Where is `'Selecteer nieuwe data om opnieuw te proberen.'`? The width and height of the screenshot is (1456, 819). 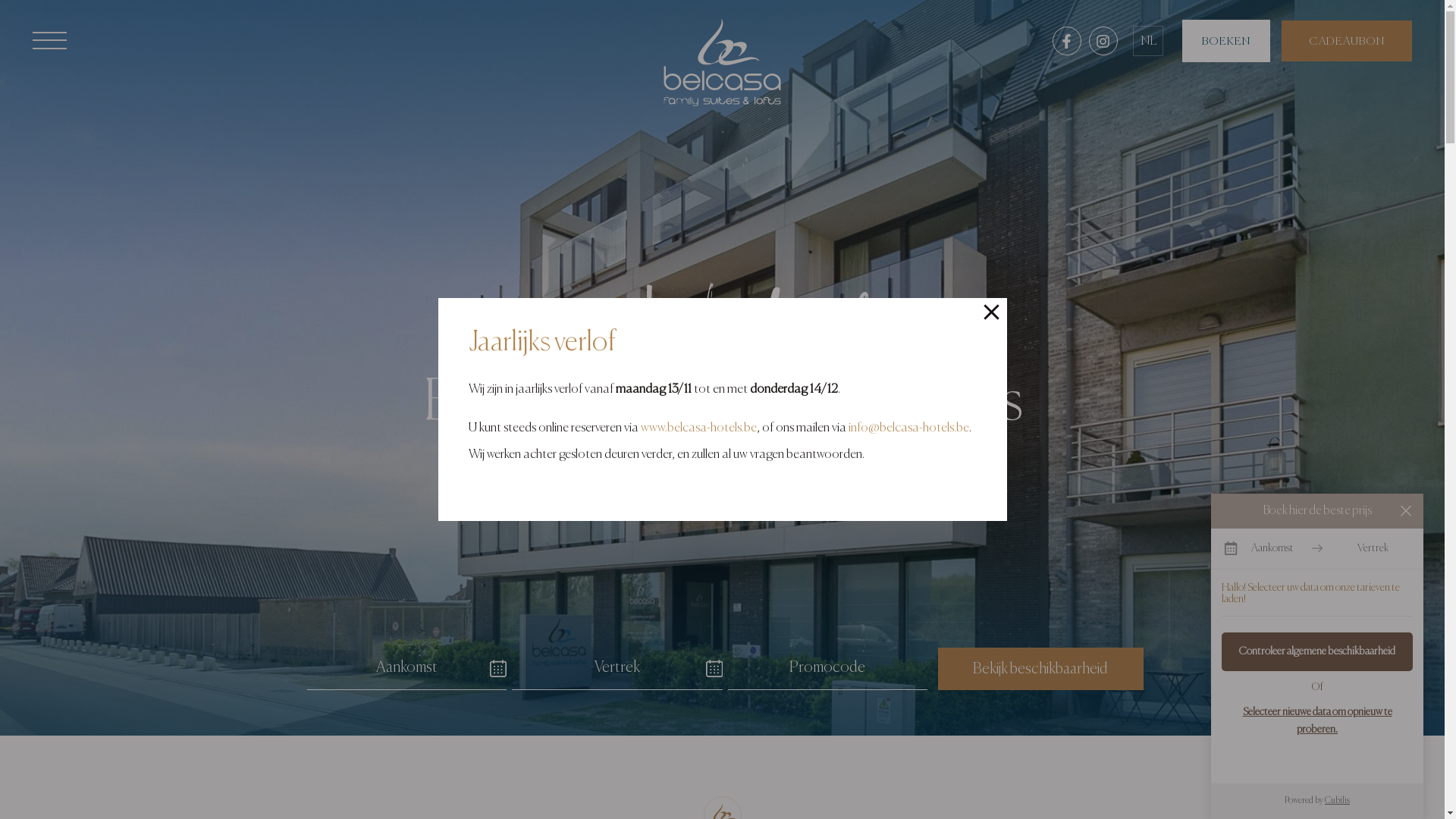 'Selecteer nieuwe data om opnieuw te proberen.' is located at coordinates (1316, 720).